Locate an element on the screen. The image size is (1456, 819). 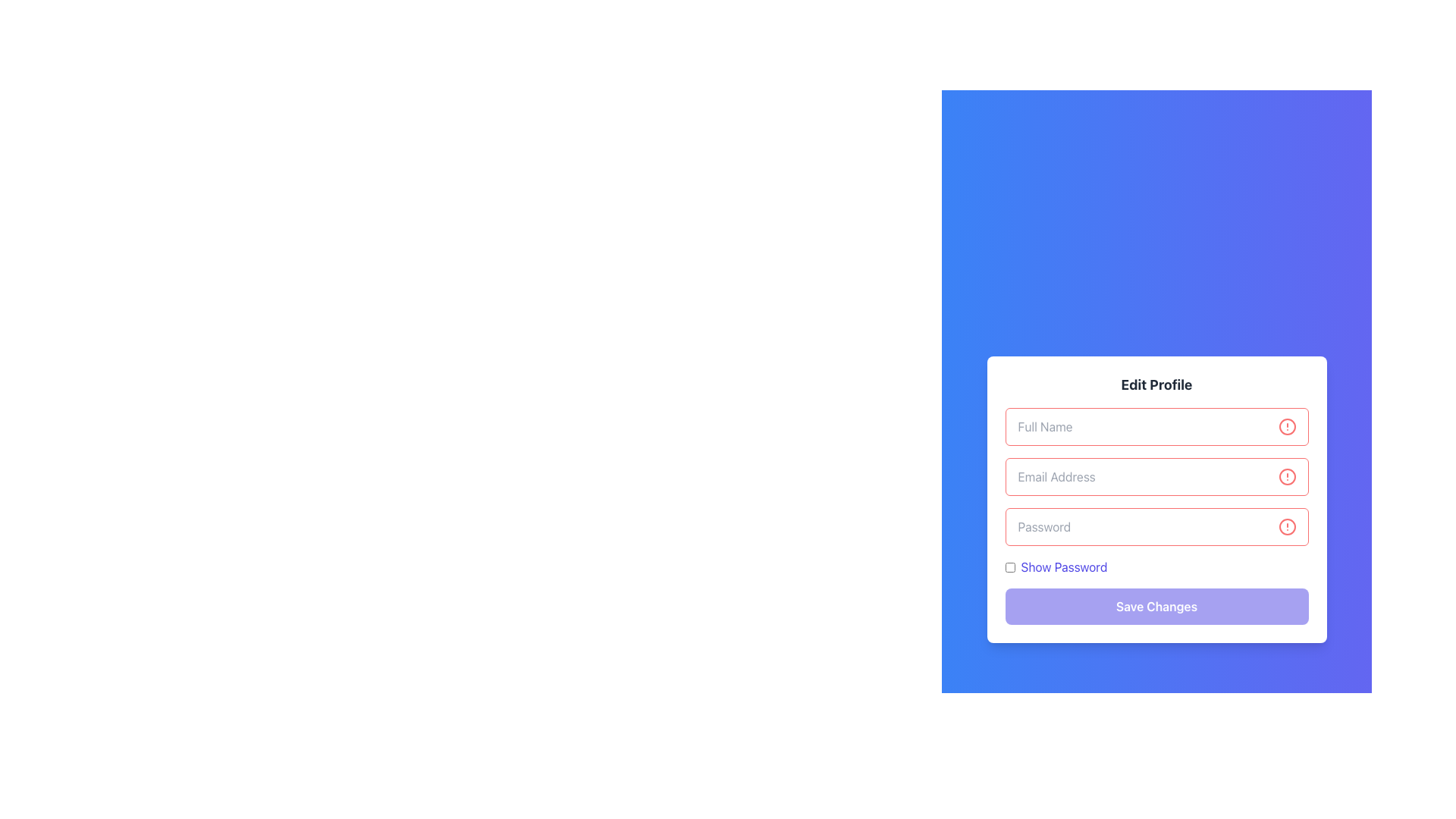
the rectangular input field with a red border and placeholder text 'Full Name' to focus on it is located at coordinates (1156, 427).